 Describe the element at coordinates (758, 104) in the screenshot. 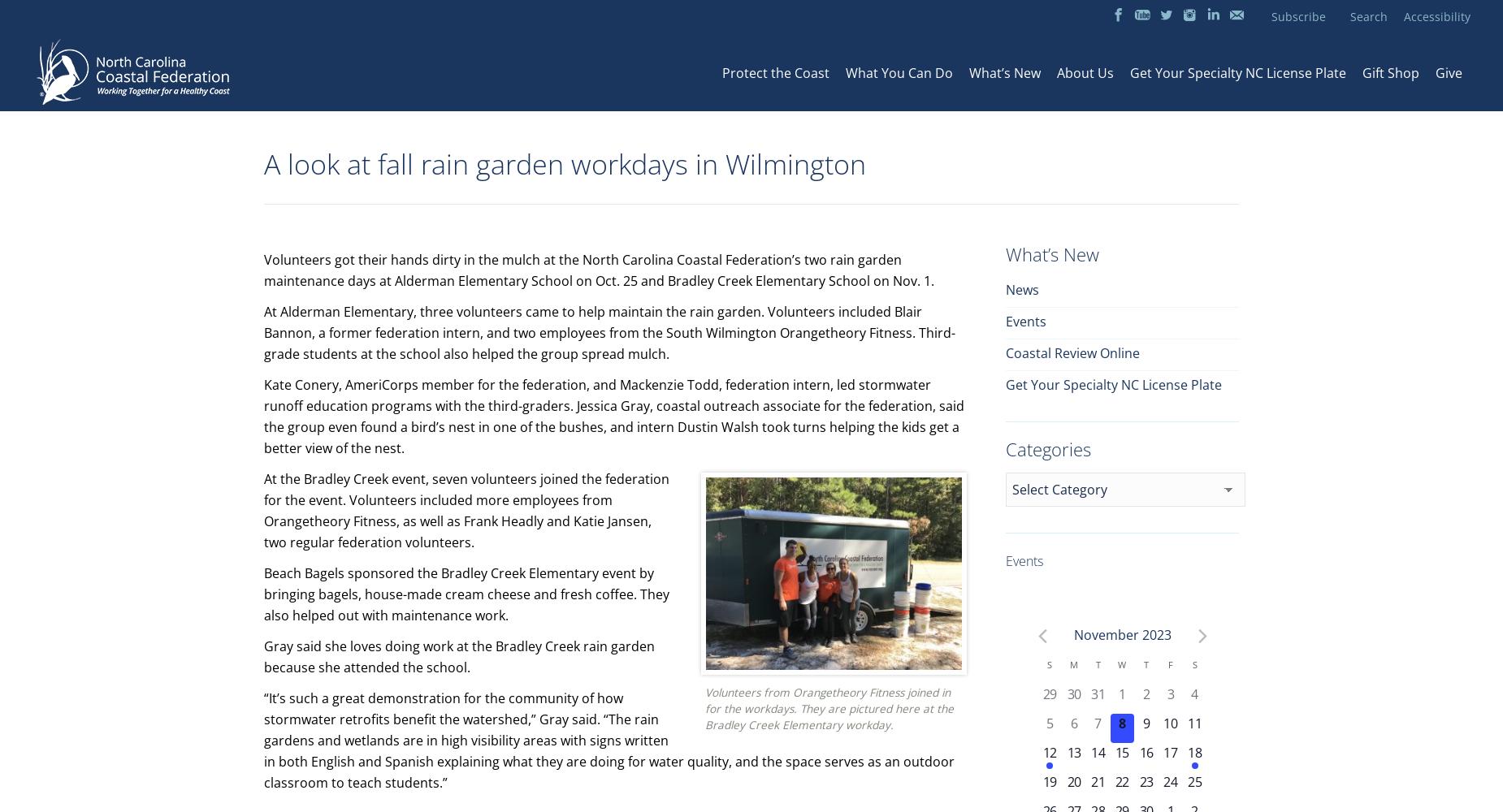

I see `'Our Goals'` at that location.